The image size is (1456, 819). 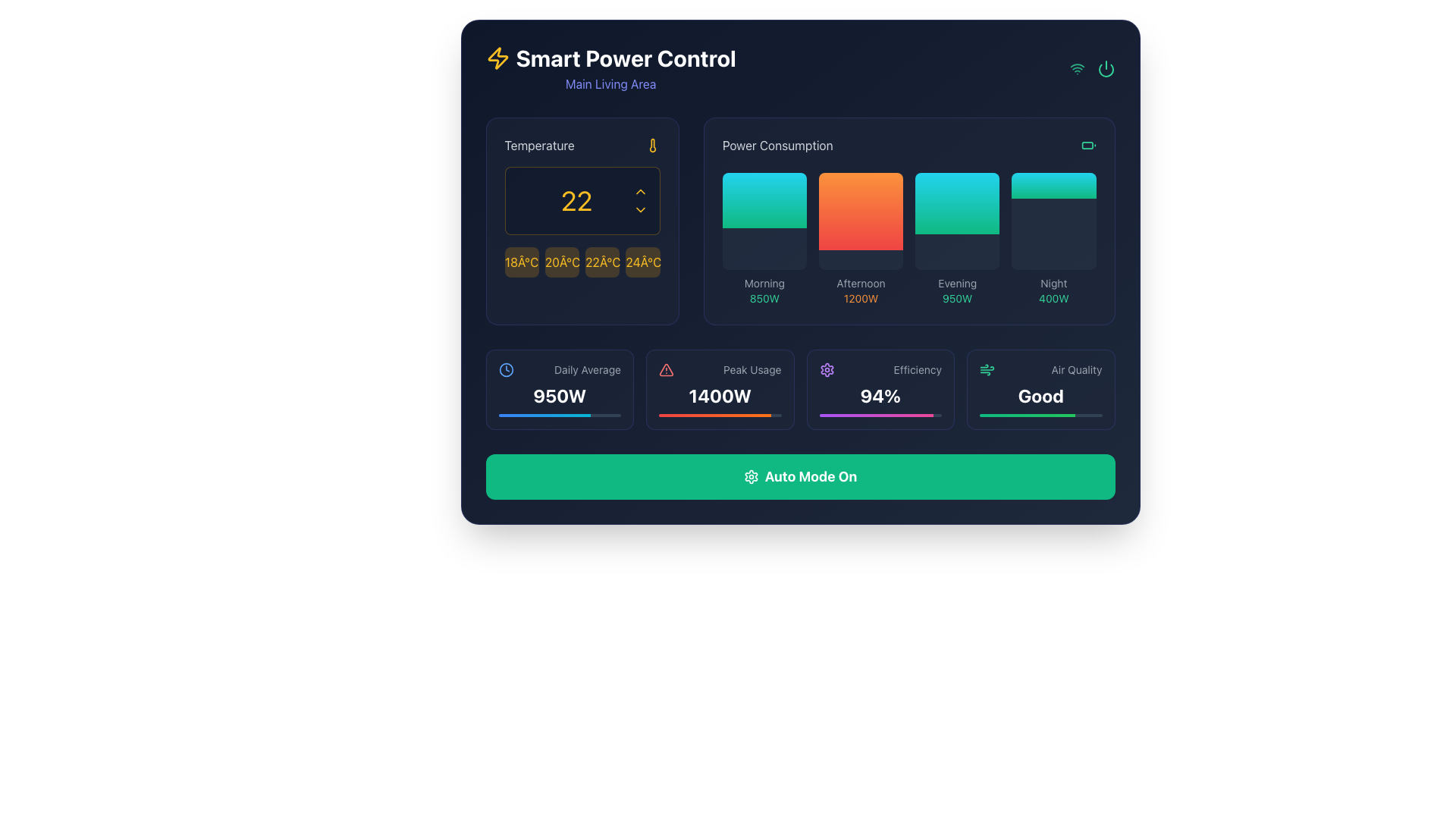 I want to click on efficiency value displayed in the Informative panel located in the lower portion of the interface, between the 'Peak Usage' panel and the 'Air Quality' panel, so click(x=880, y=388).